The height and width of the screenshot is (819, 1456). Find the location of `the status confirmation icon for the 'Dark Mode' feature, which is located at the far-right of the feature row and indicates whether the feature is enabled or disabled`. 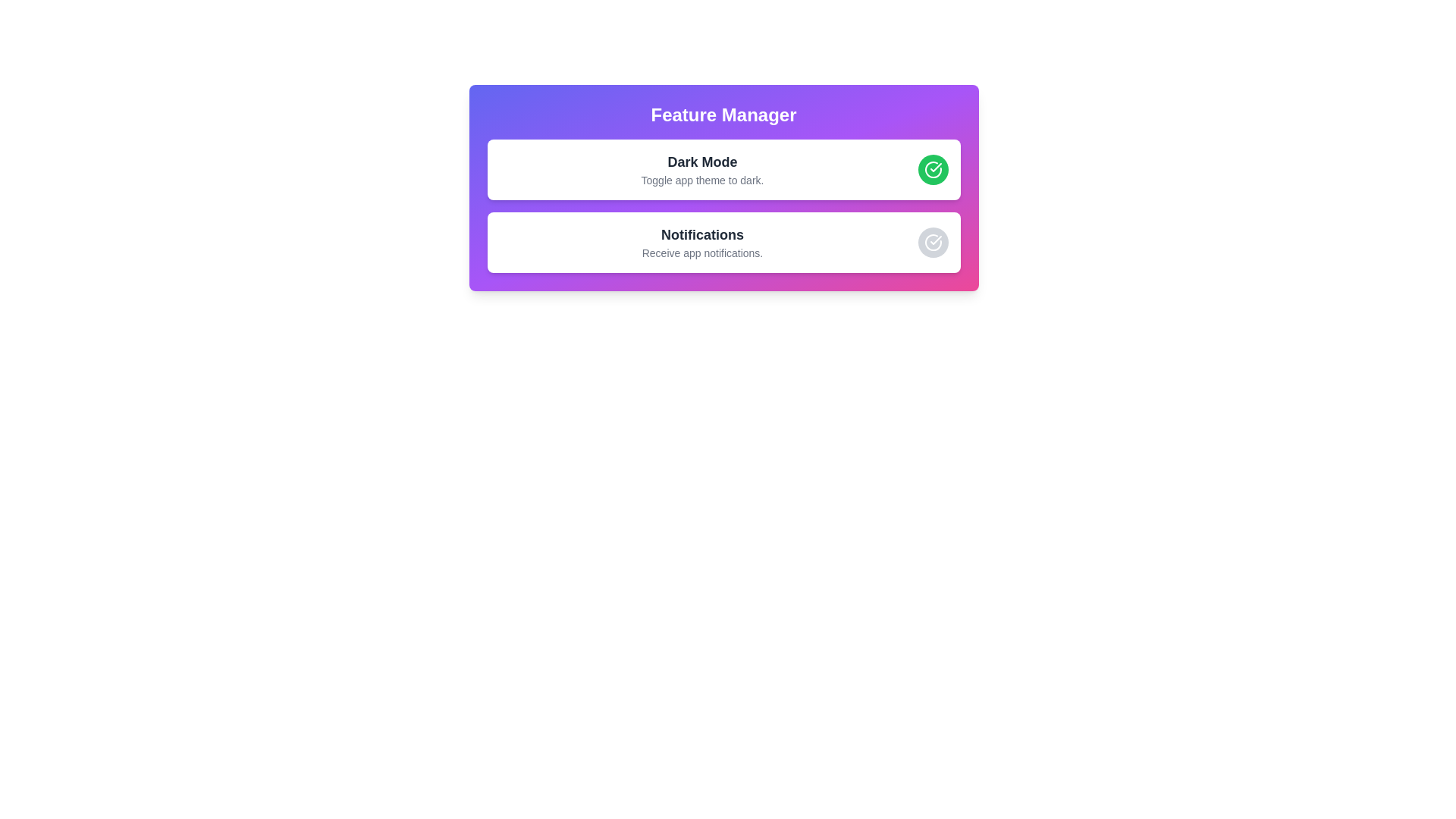

the status confirmation icon for the 'Dark Mode' feature, which is located at the far-right of the feature row and indicates whether the feature is enabled or disabled is located at coordinates (932, 169).